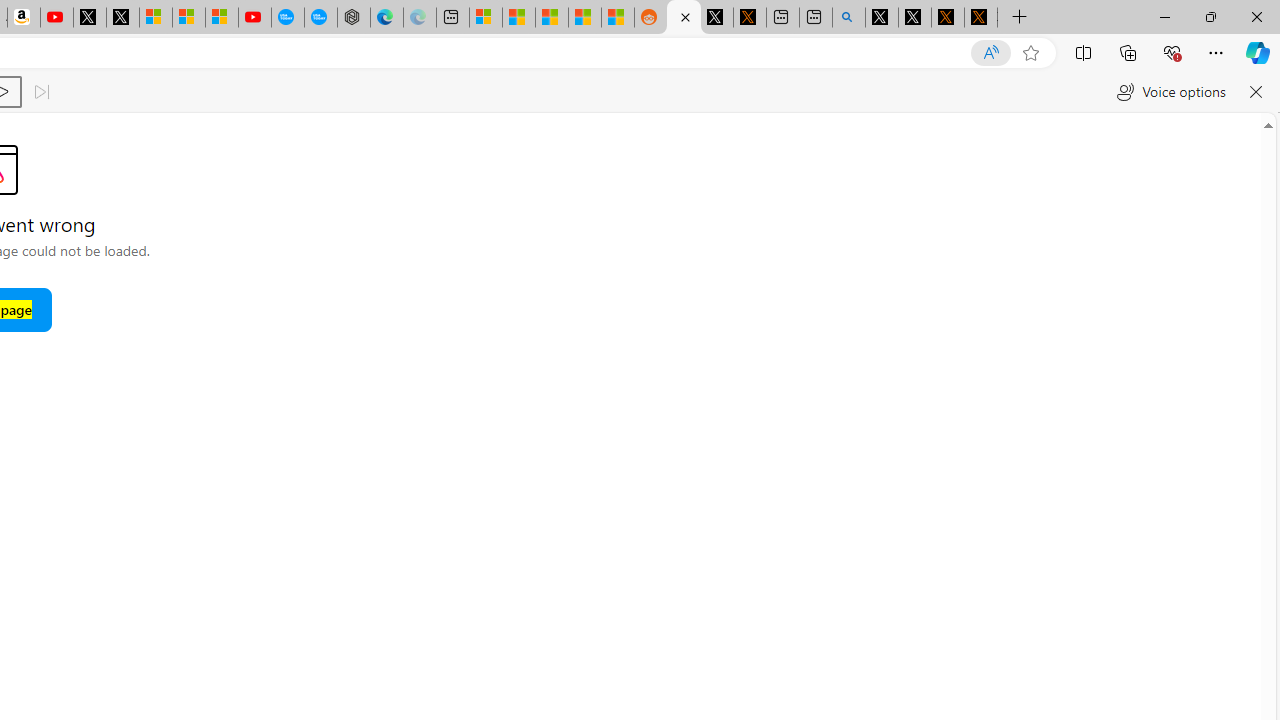  I want to click on 'Shanghai, China hourly forecast | Microsoft Weather', so click(552, 17).